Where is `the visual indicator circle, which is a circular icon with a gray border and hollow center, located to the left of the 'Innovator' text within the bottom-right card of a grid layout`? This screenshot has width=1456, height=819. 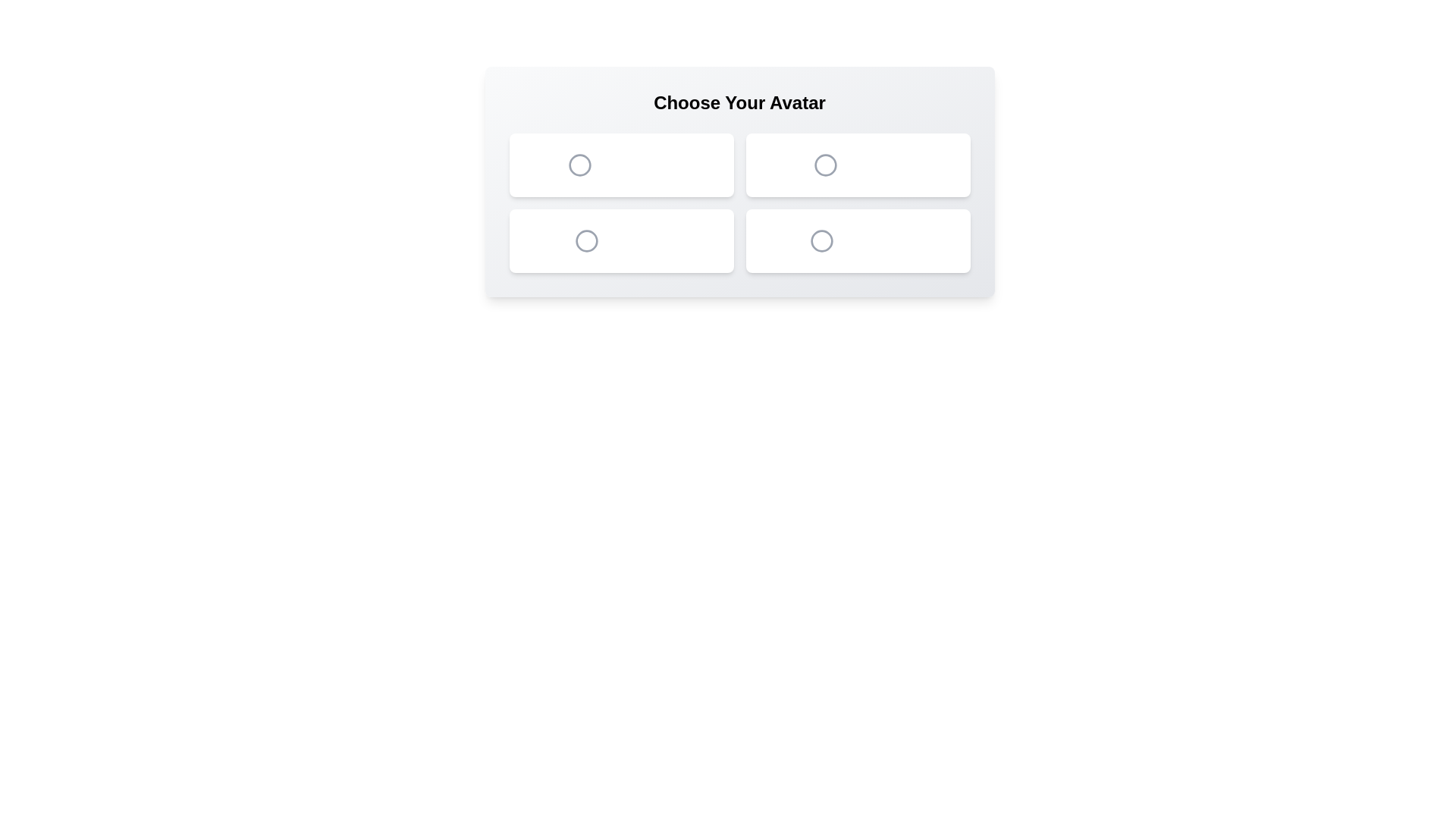
the visual indicator circle, which is a circular icon with a gray border and hollow center, located to the left of the 'Innovator' text within the bottom-right card of a grid layout is located at coordinates (821, 240).